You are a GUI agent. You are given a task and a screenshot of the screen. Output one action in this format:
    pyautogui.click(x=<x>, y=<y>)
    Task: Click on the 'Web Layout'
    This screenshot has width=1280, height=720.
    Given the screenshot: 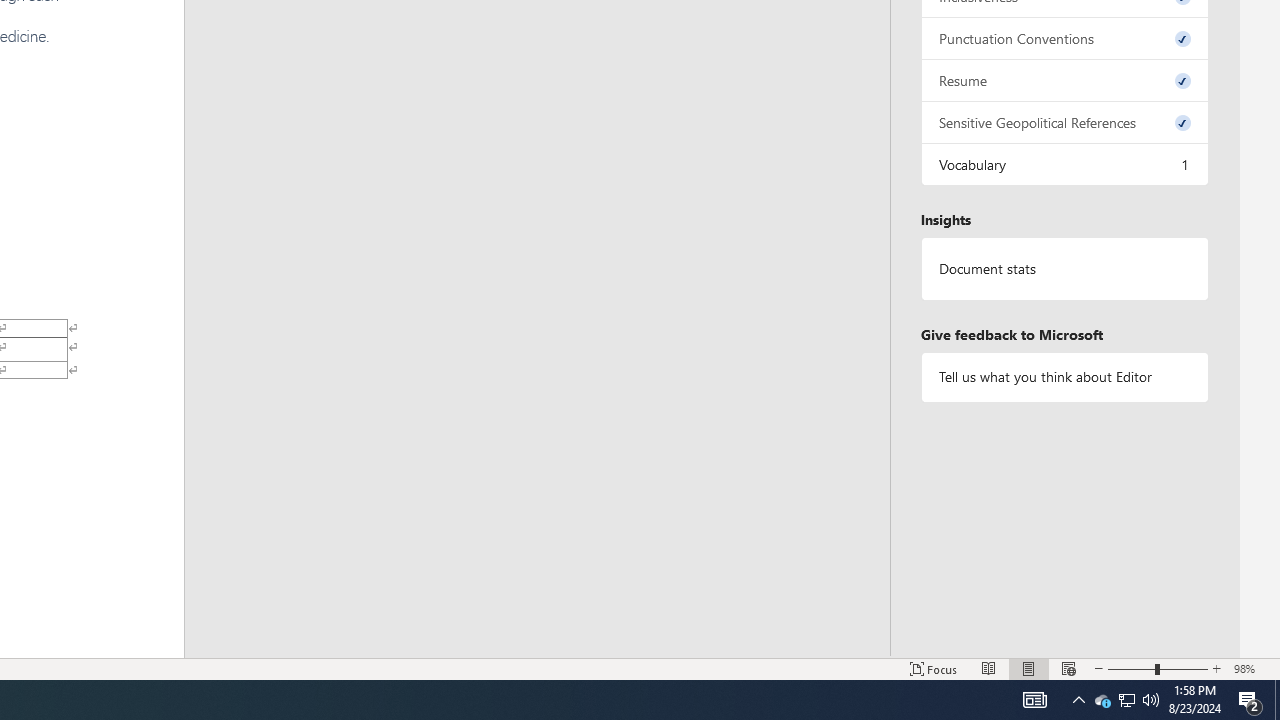 What is the action you would take?
    pyautogui.click(x=1068, y=669)
    